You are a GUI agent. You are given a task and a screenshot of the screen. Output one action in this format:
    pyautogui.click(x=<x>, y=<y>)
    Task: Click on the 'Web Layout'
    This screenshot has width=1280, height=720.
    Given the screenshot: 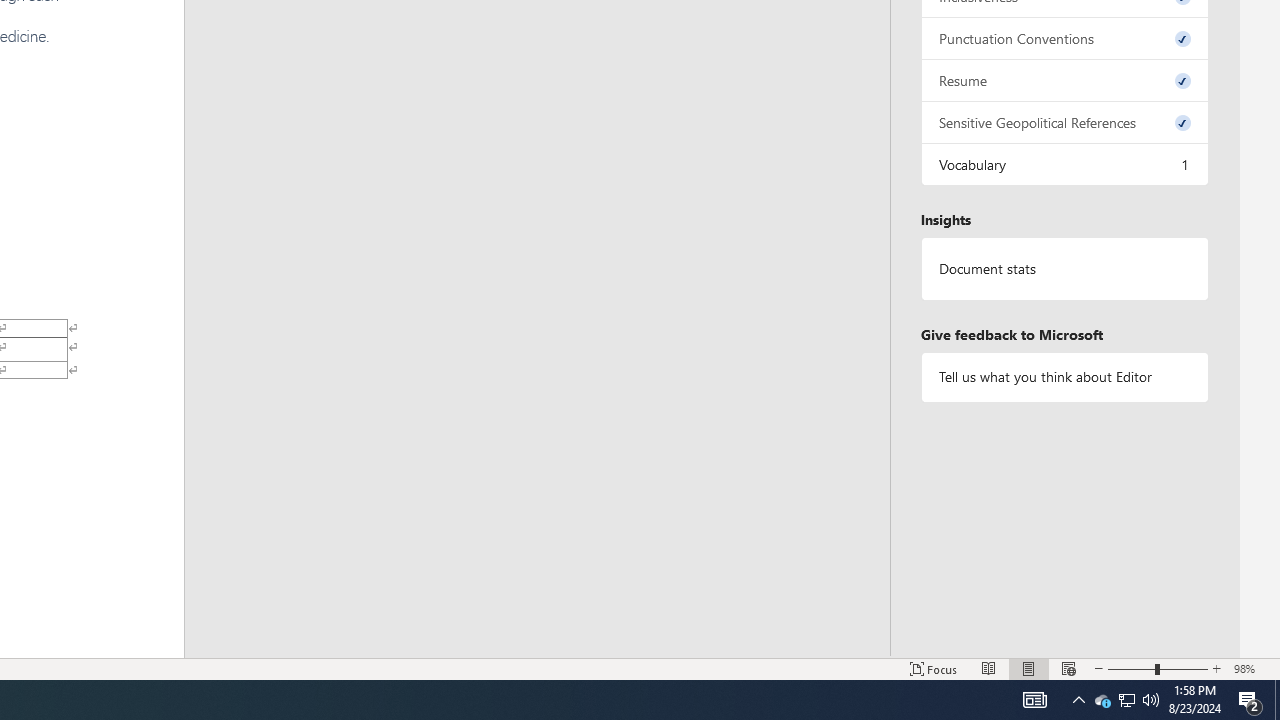 What is the action you would take?
    pyautogui.click(x=1068, y=669)
    